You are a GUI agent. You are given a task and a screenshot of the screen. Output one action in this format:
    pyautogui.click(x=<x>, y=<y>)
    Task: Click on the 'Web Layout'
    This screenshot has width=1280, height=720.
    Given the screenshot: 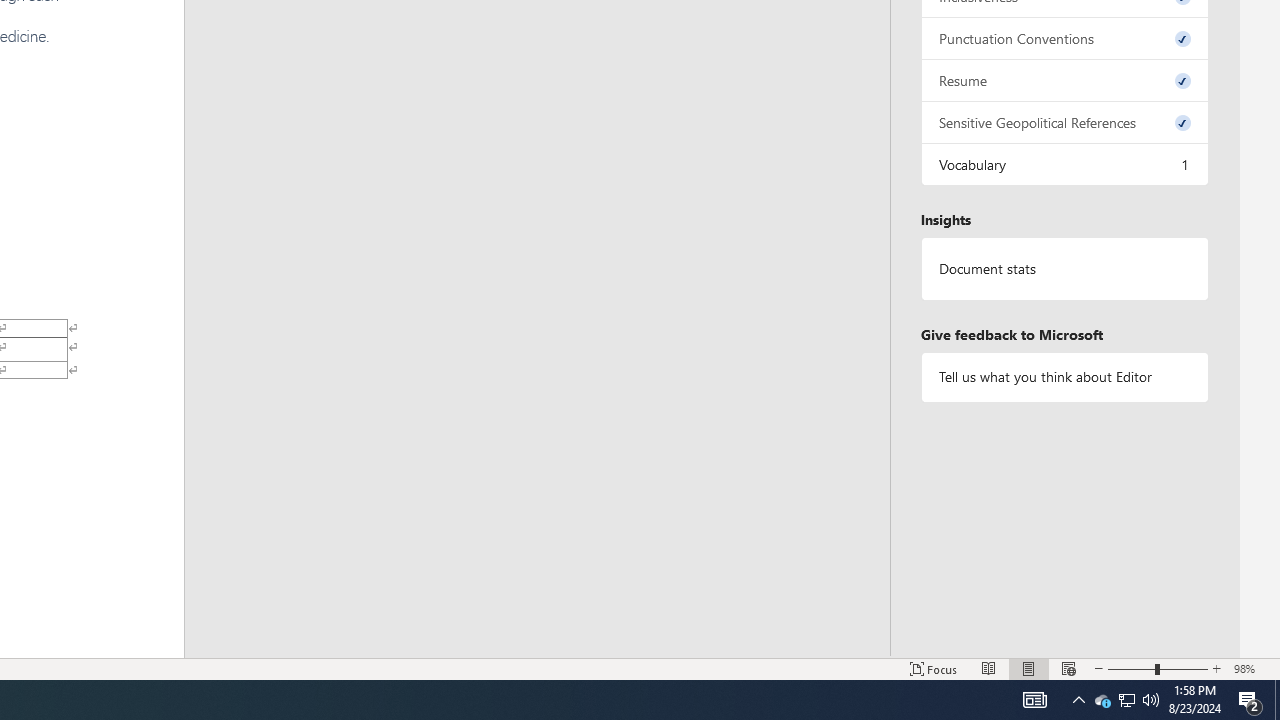 What is the action you would take?
    pyautogui.click(x=1068, y=669)
    